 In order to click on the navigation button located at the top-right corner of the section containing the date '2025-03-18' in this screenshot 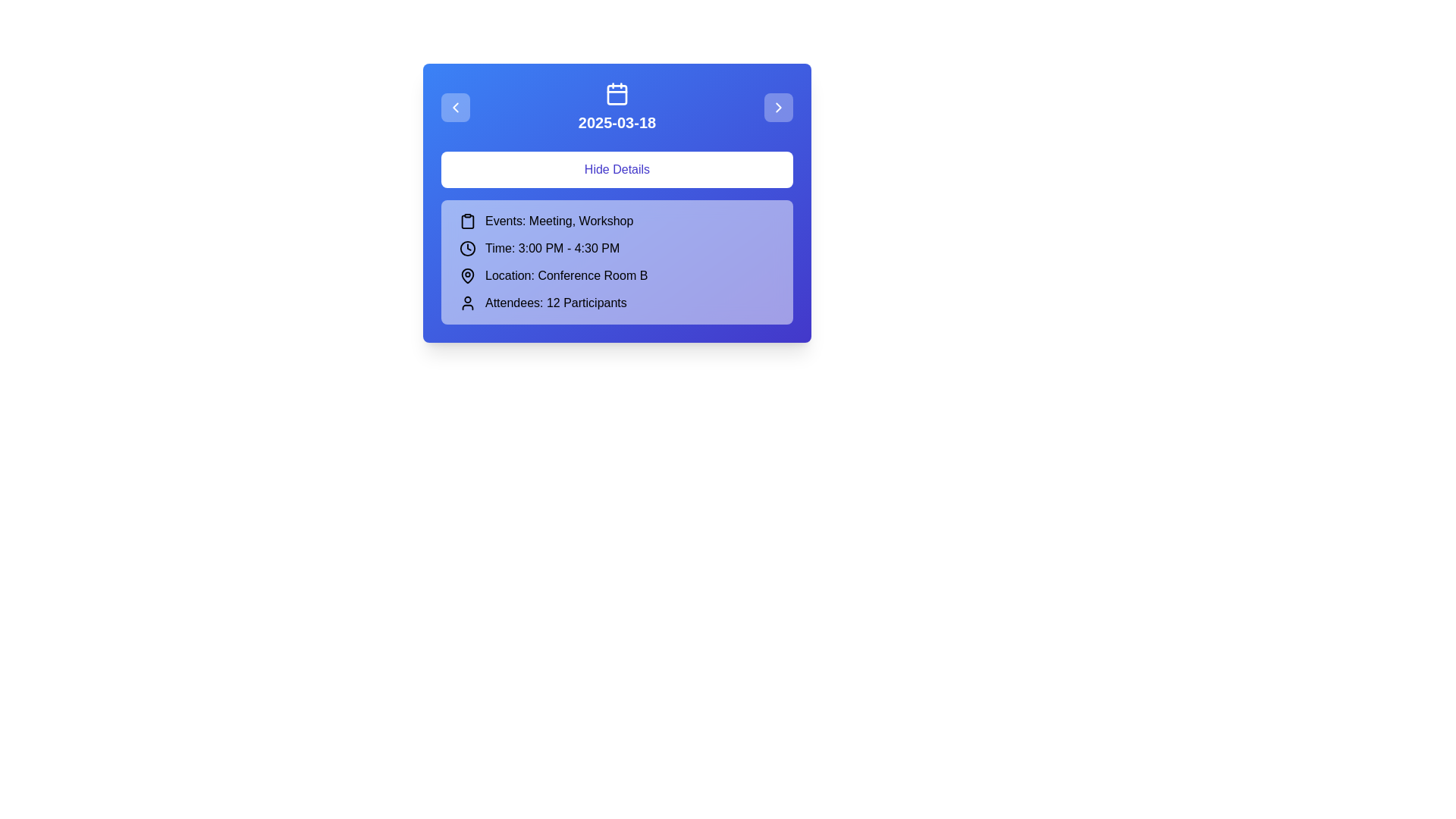, I will do `click(779, 107)`.